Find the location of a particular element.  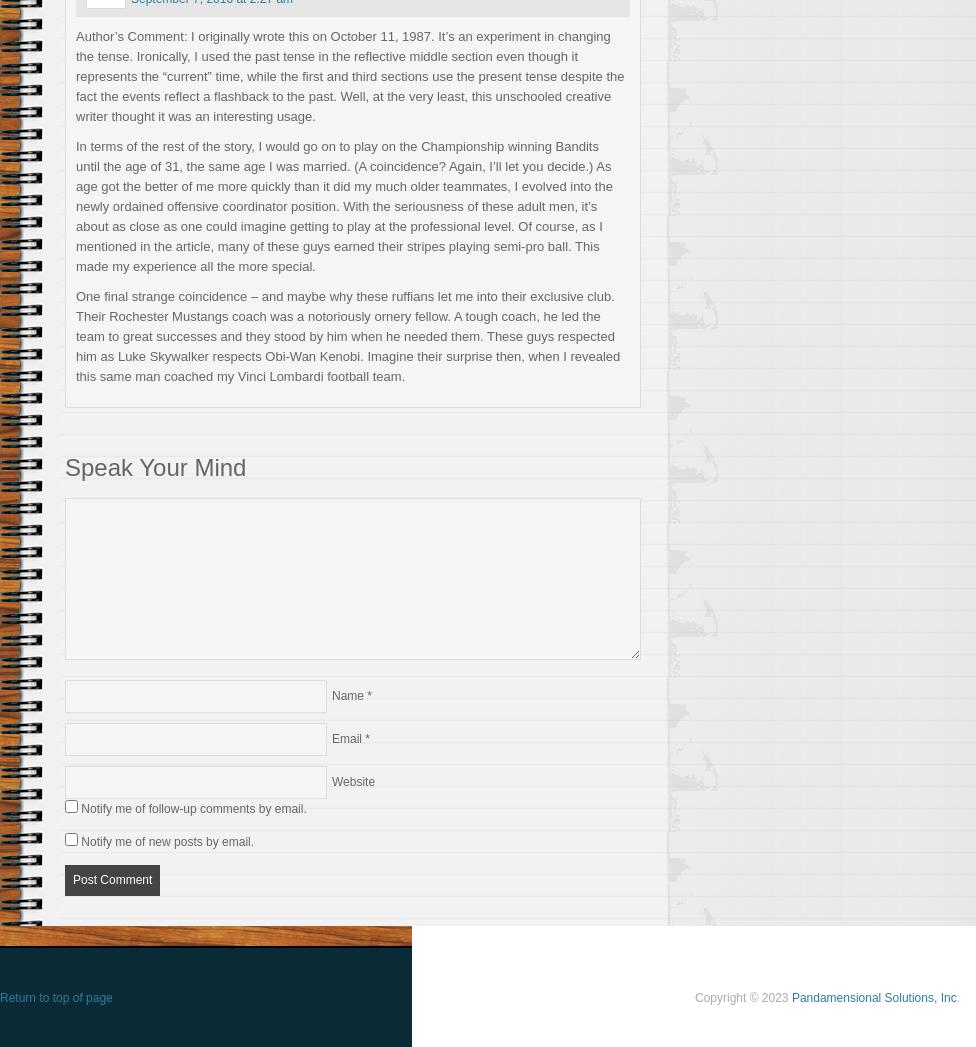

'Author’s Comment: I originally wrote this on October 11, 1987. It’s an experiment in changing the tense. Ironically, I used the past tense in the reflective middle section even though it represents the “current” time, while the first and third sections use the present tense despite the fact the events reflect a flashback to the past. Well, at the very least, this unschooled creative writer thought it was an interesting usage.' is located at coordinates (349, 75).